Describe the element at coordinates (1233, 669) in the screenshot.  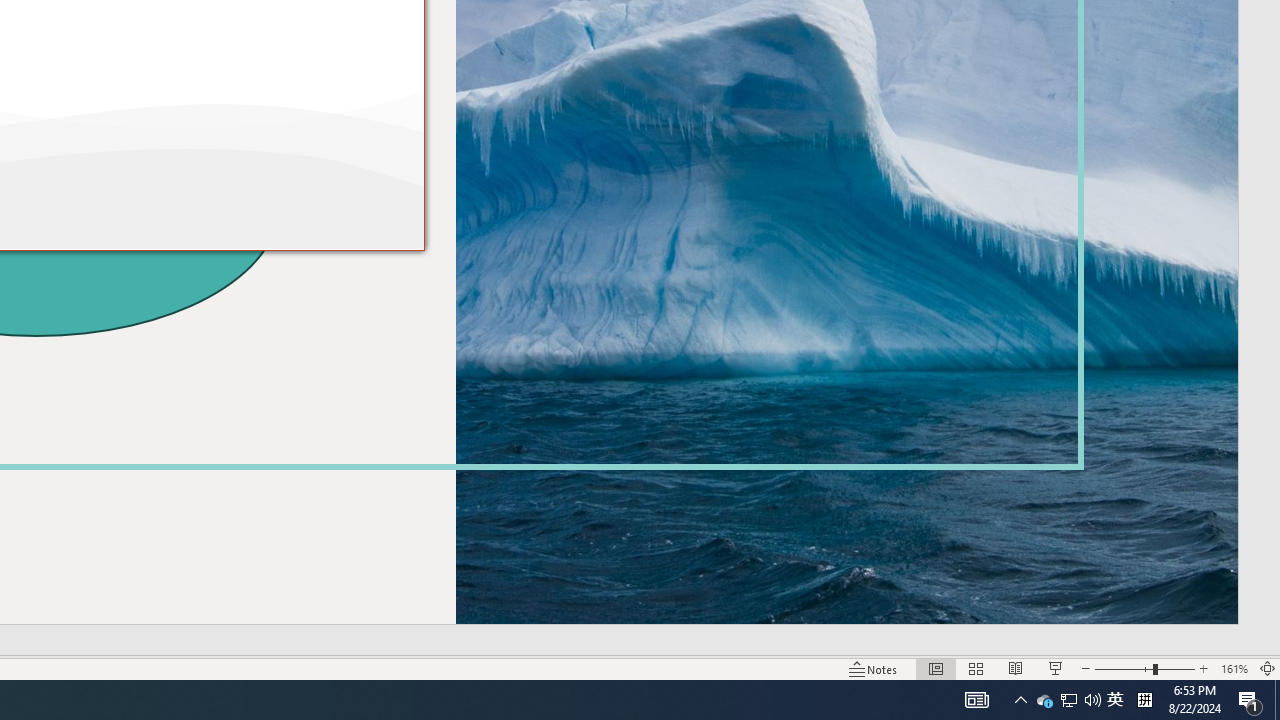
I see `'Zoom 161%'` at that location.